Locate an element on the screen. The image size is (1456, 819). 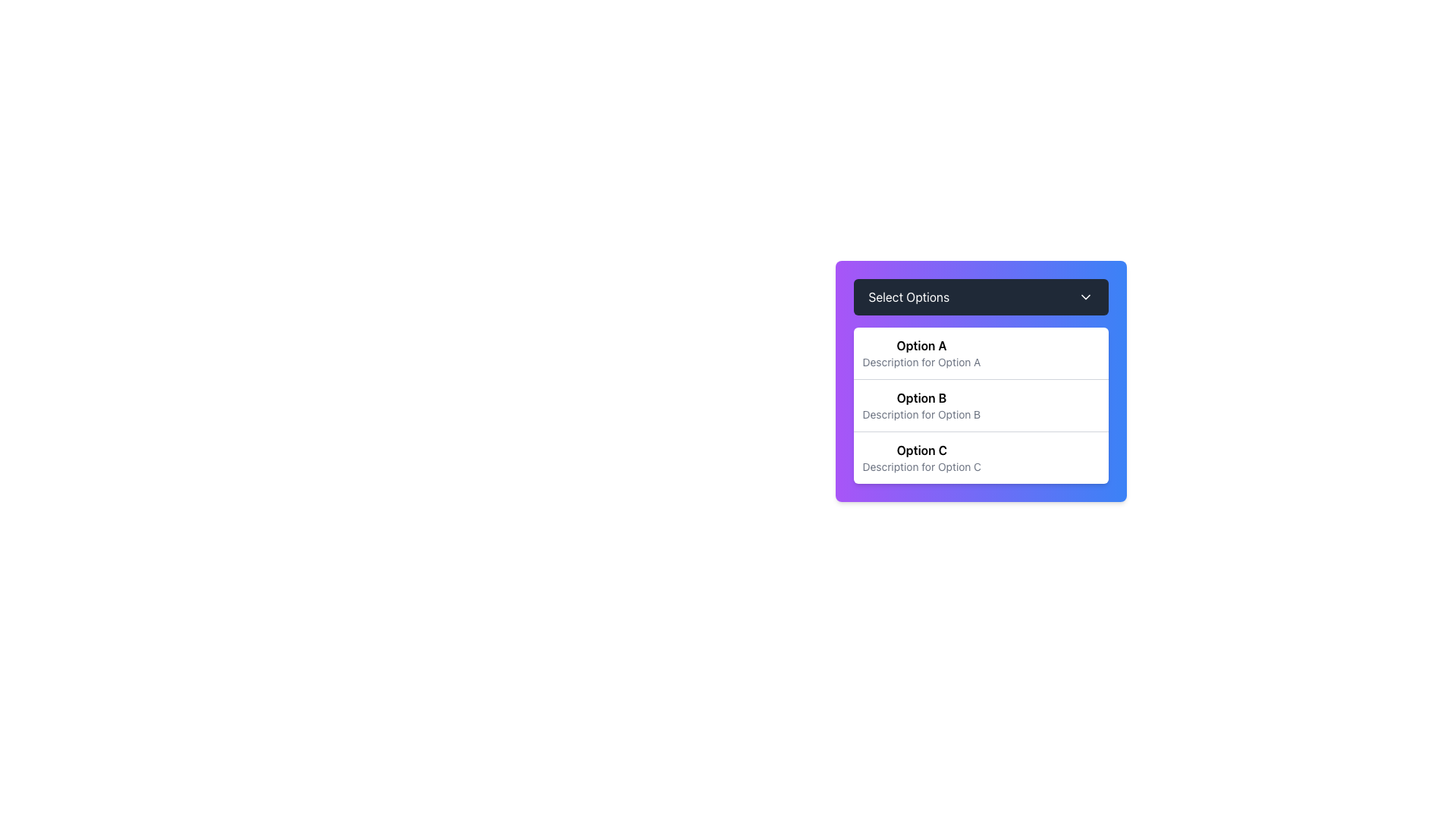
the Text label located directly beneath 'Option B' in the dropdown menu is located at coordinates (921, 415).